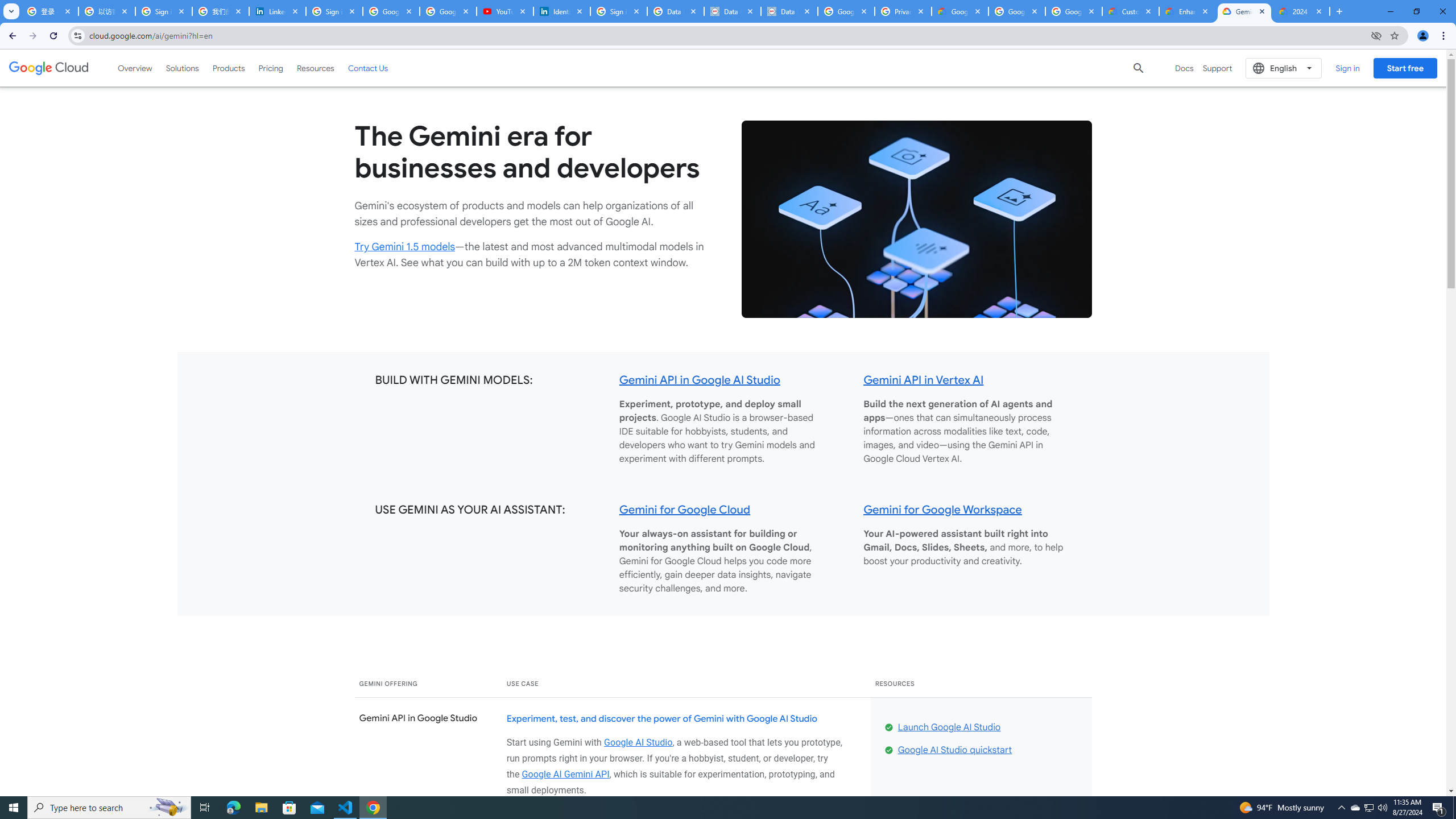 The height and width of the screenshot is (819, 1456). What do you see at coordinates (271, 67) in the screenshot?
I see `'Pricing'` at bounding box center [271, 67].